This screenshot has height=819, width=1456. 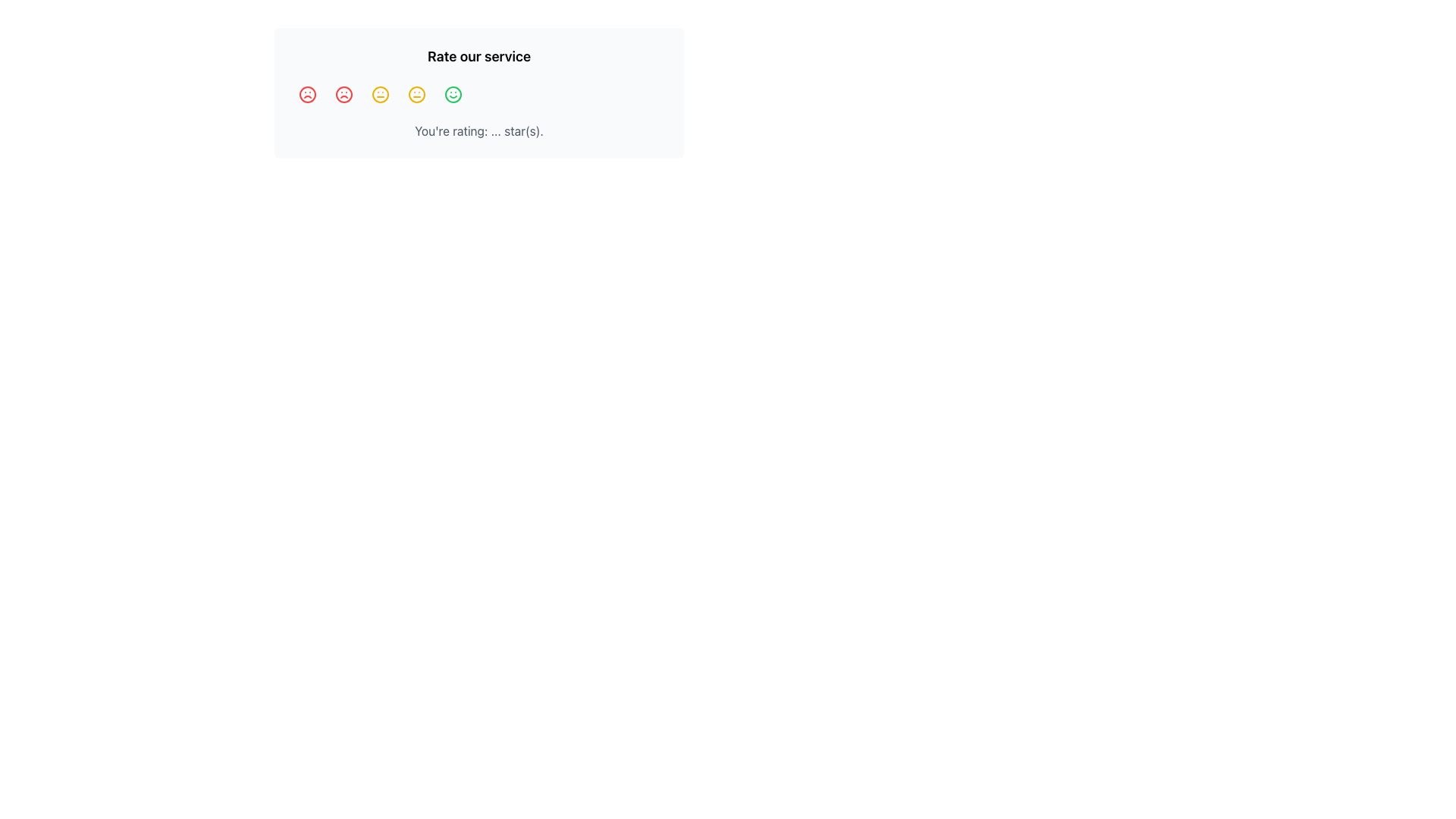 I want to click on the fifth emoticon icon representing the highest satisfaction rating in the 'Rate our service' panel, so click(x=453, y=94).